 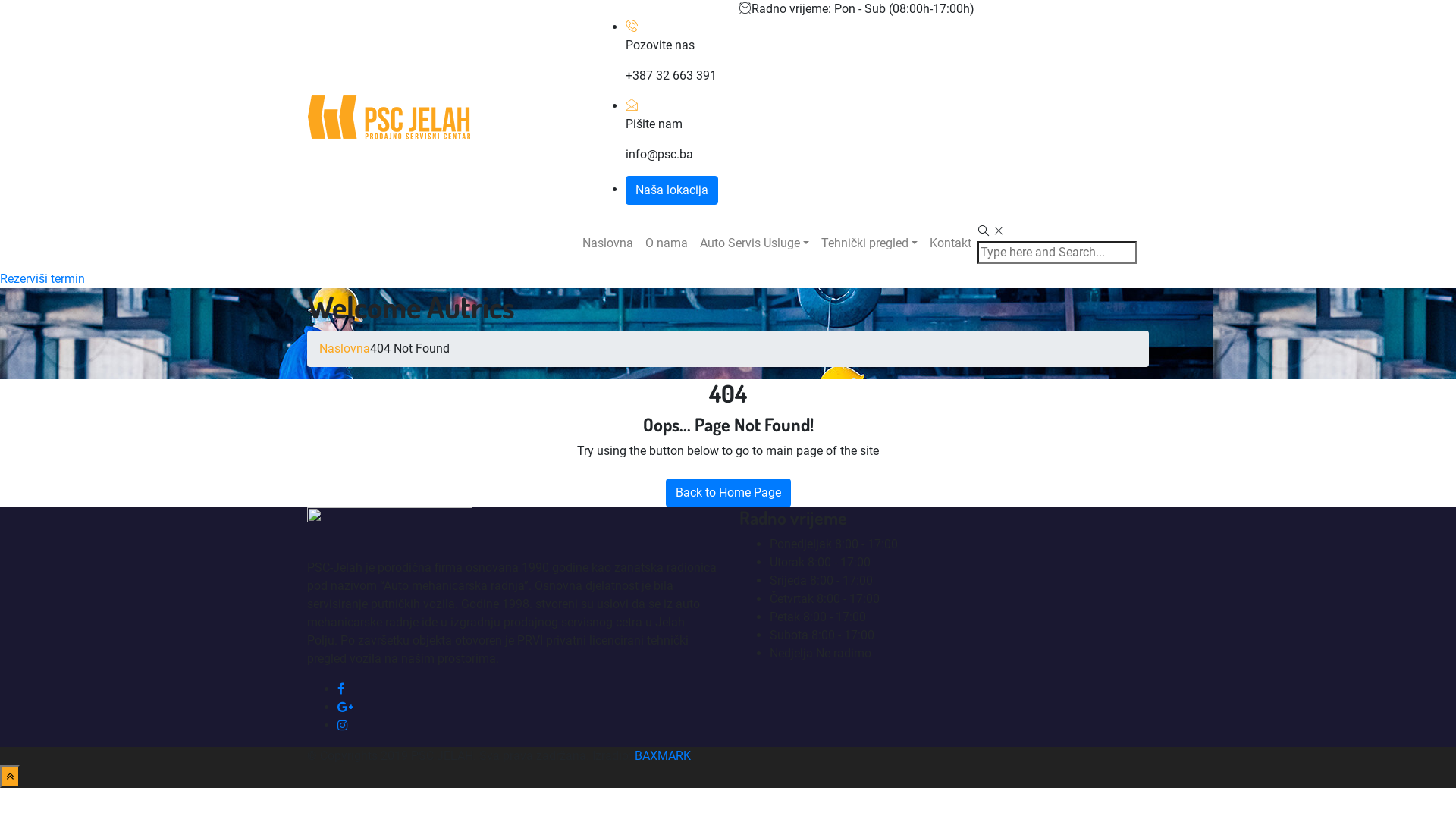 I want to click on 'O nama', so click(x=666, y=242).